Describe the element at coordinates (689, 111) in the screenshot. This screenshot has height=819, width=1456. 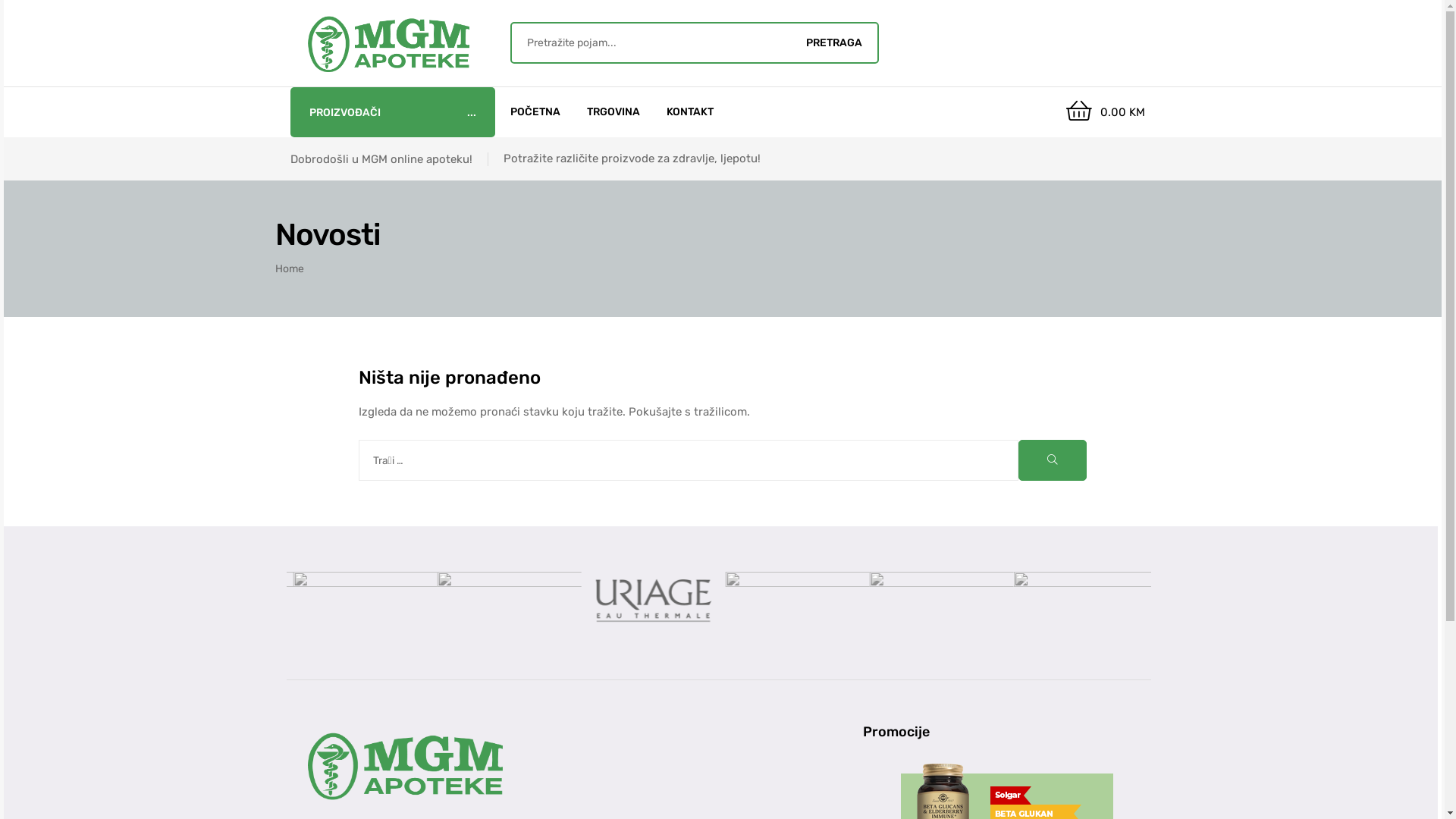
I see `'KONTAKT'` at that location.